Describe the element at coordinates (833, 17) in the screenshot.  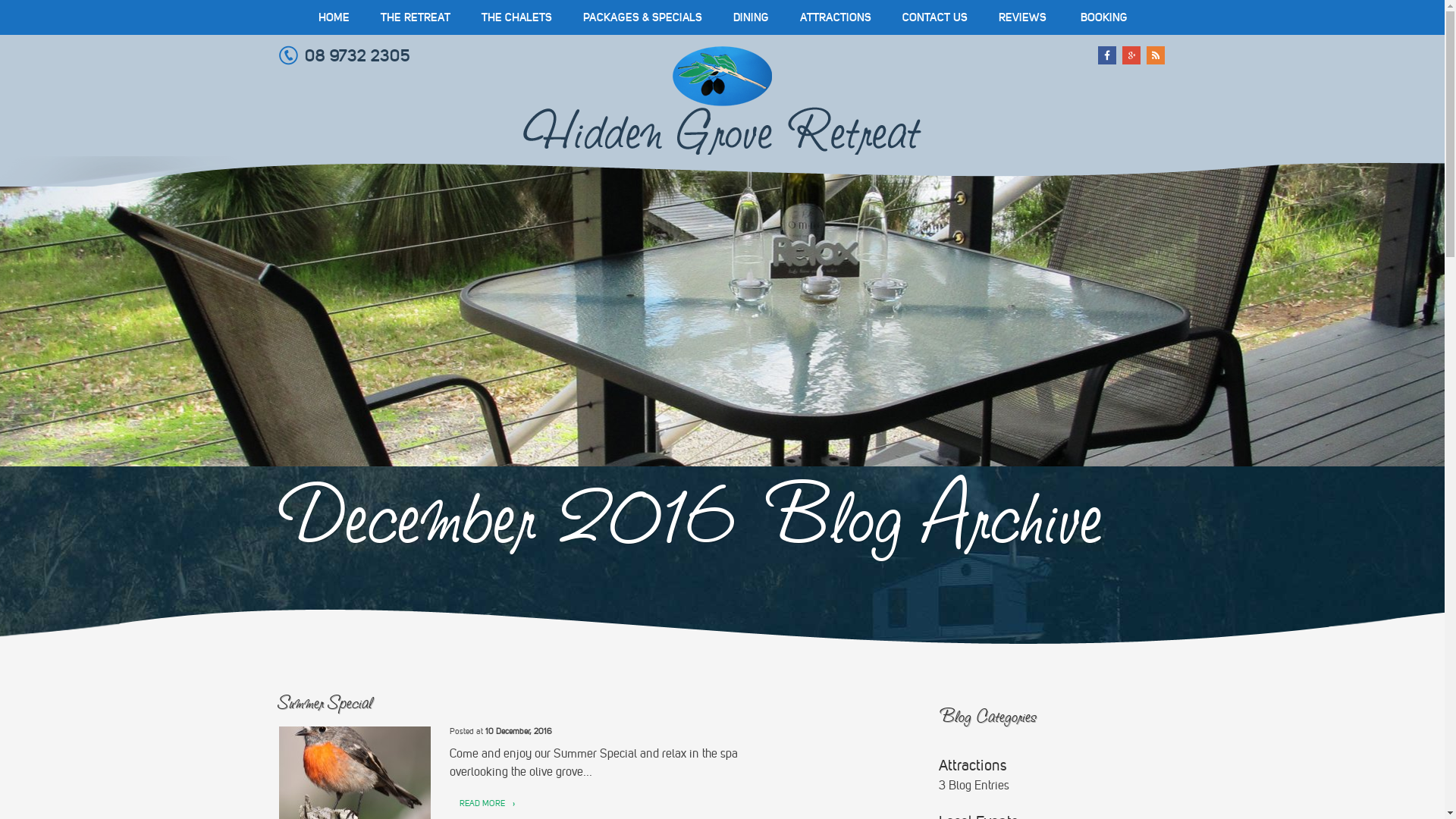
I see `'ATTRACTIONS'` at that location.